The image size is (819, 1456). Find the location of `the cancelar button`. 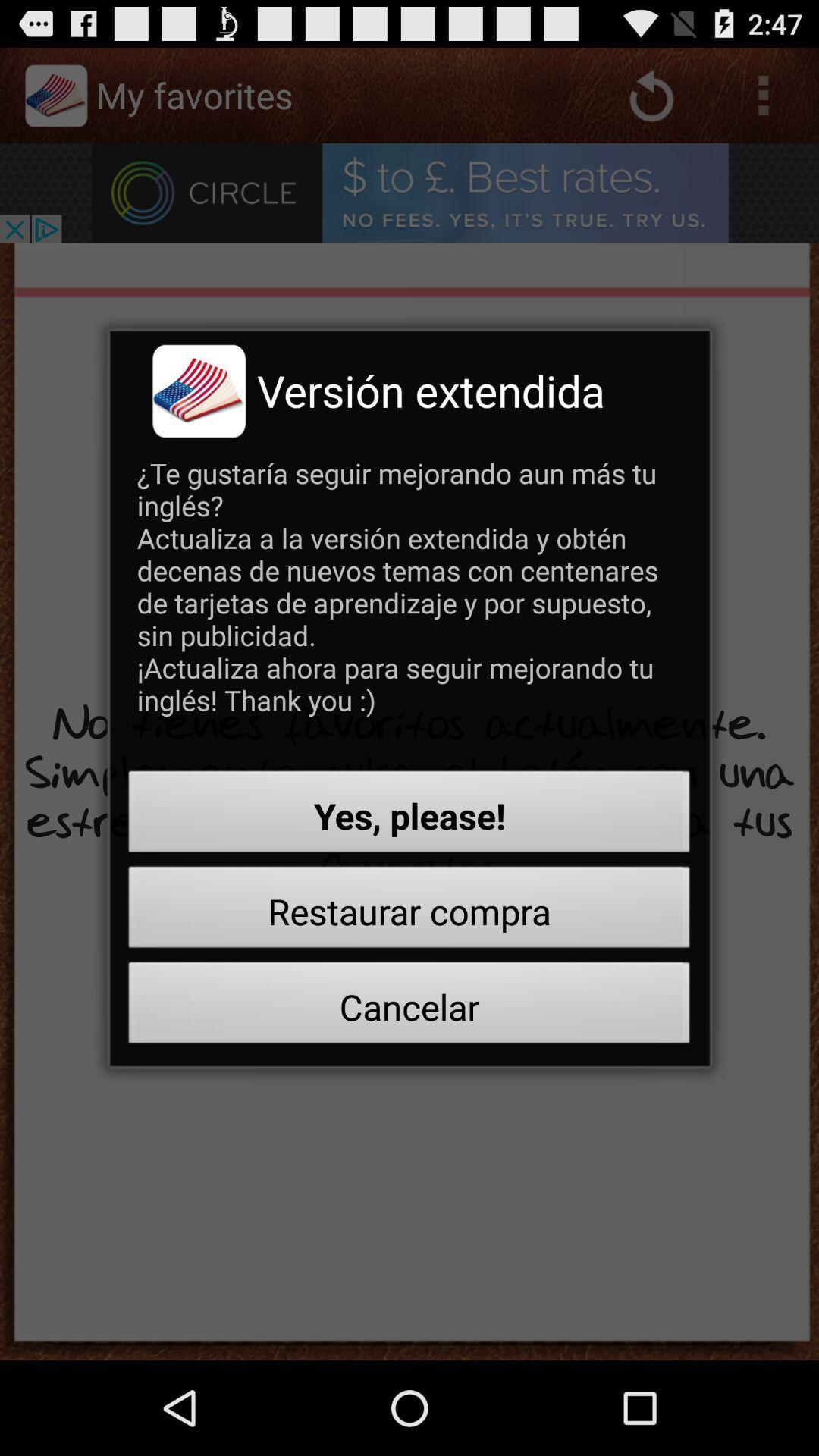

the cancelar button is located at coordinates (409, 1007).